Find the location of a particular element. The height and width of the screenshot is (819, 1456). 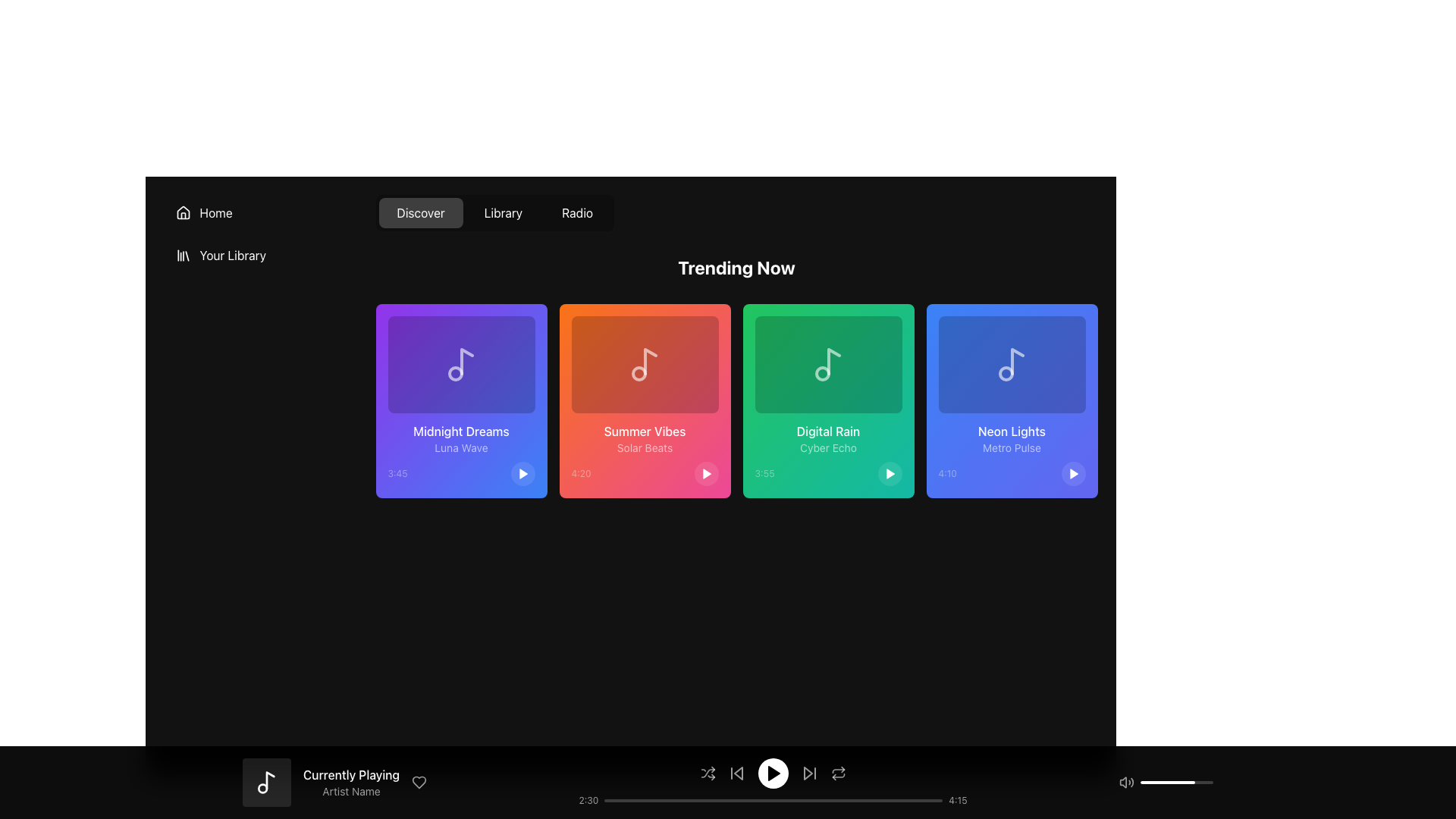

the state change of the active song icon, which is a visual identifier located within the musical note icon, positioned above the bottom bar and to the left of the 'Currently Playing' label is located at coordinates (270, 780).